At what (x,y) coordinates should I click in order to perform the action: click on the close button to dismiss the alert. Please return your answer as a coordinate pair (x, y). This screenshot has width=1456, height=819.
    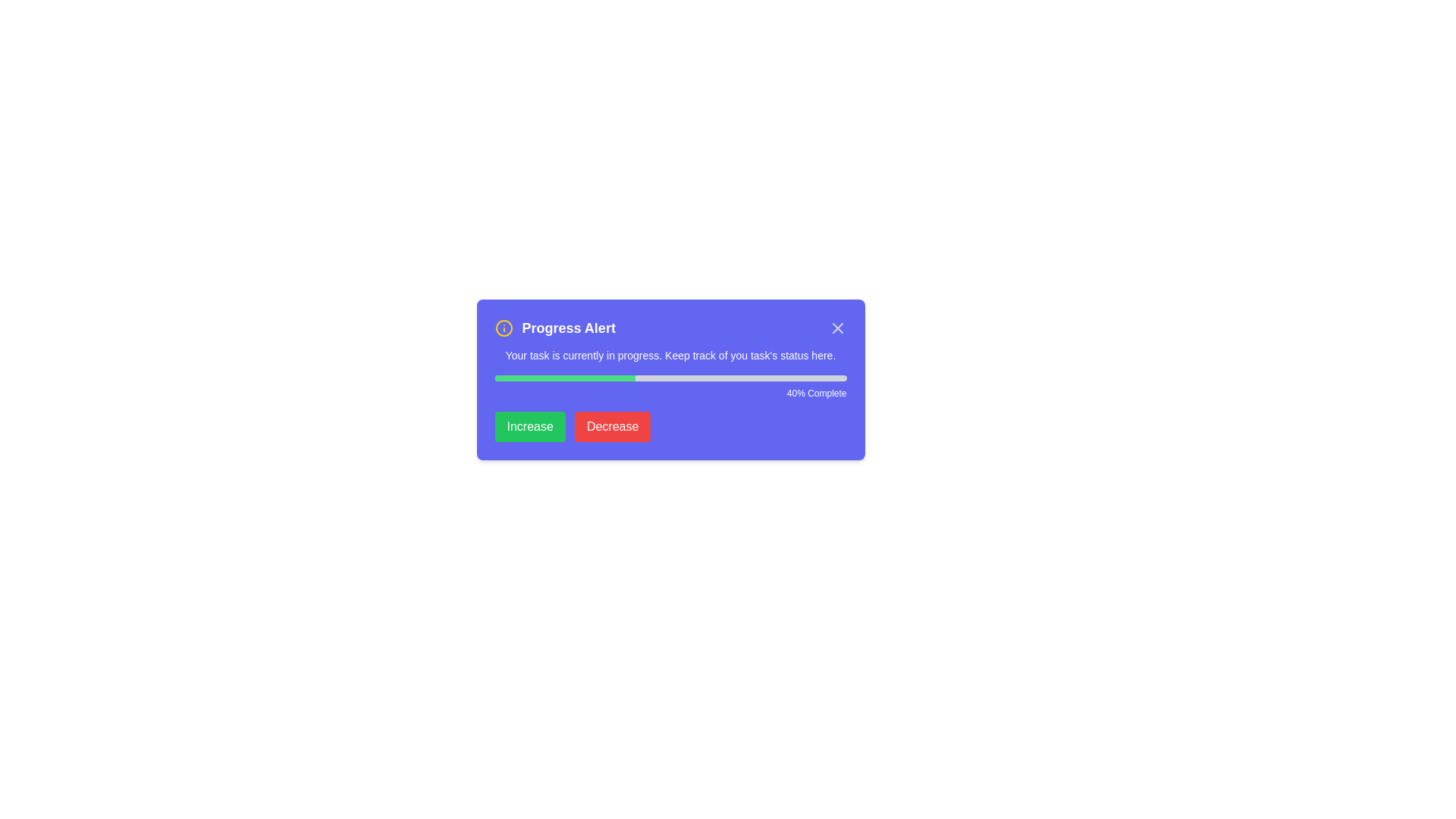
    Looking at the image, I should click on (836, 327).